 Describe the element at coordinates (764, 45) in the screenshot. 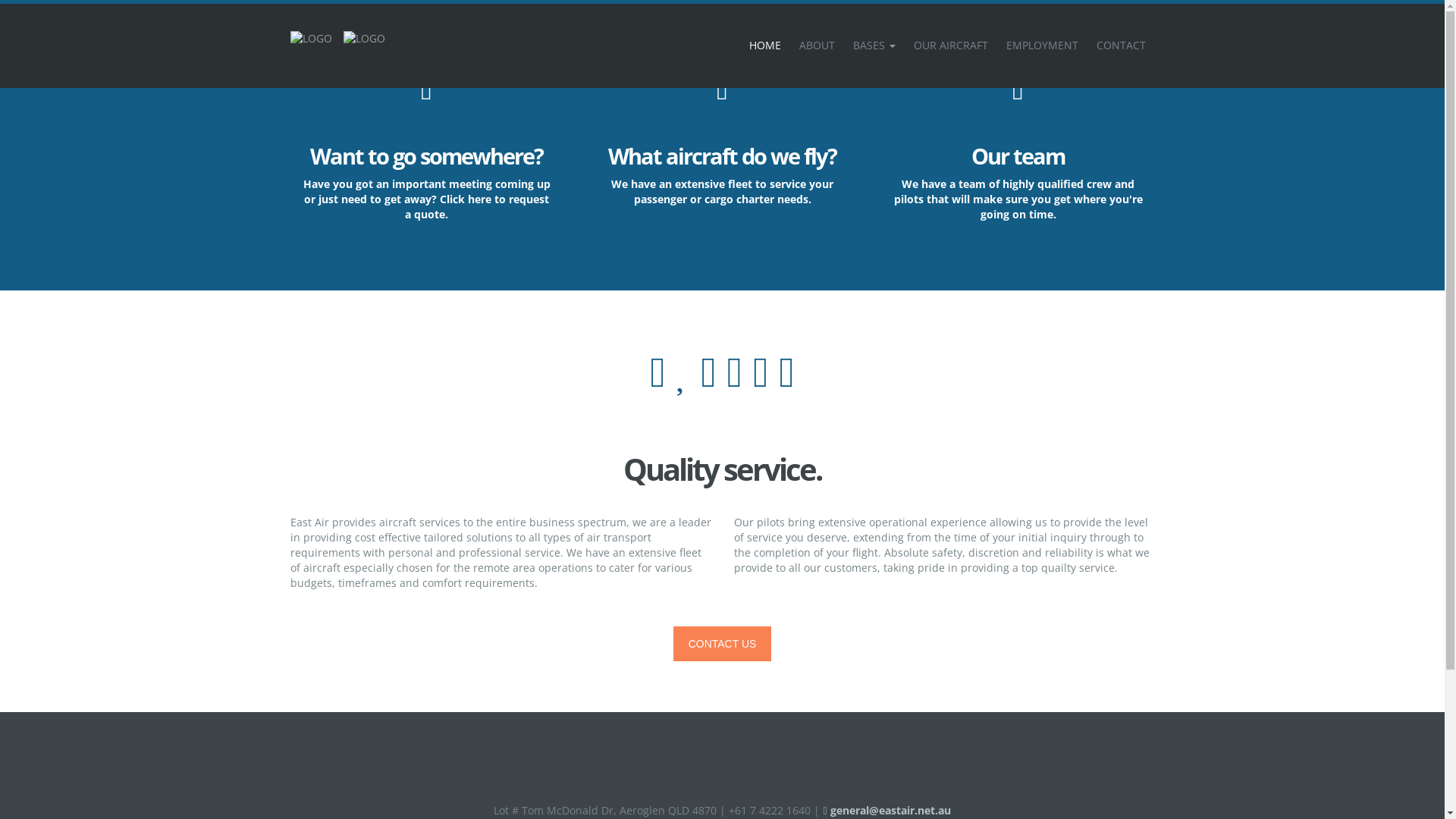

I see `'HOME'` at that location.